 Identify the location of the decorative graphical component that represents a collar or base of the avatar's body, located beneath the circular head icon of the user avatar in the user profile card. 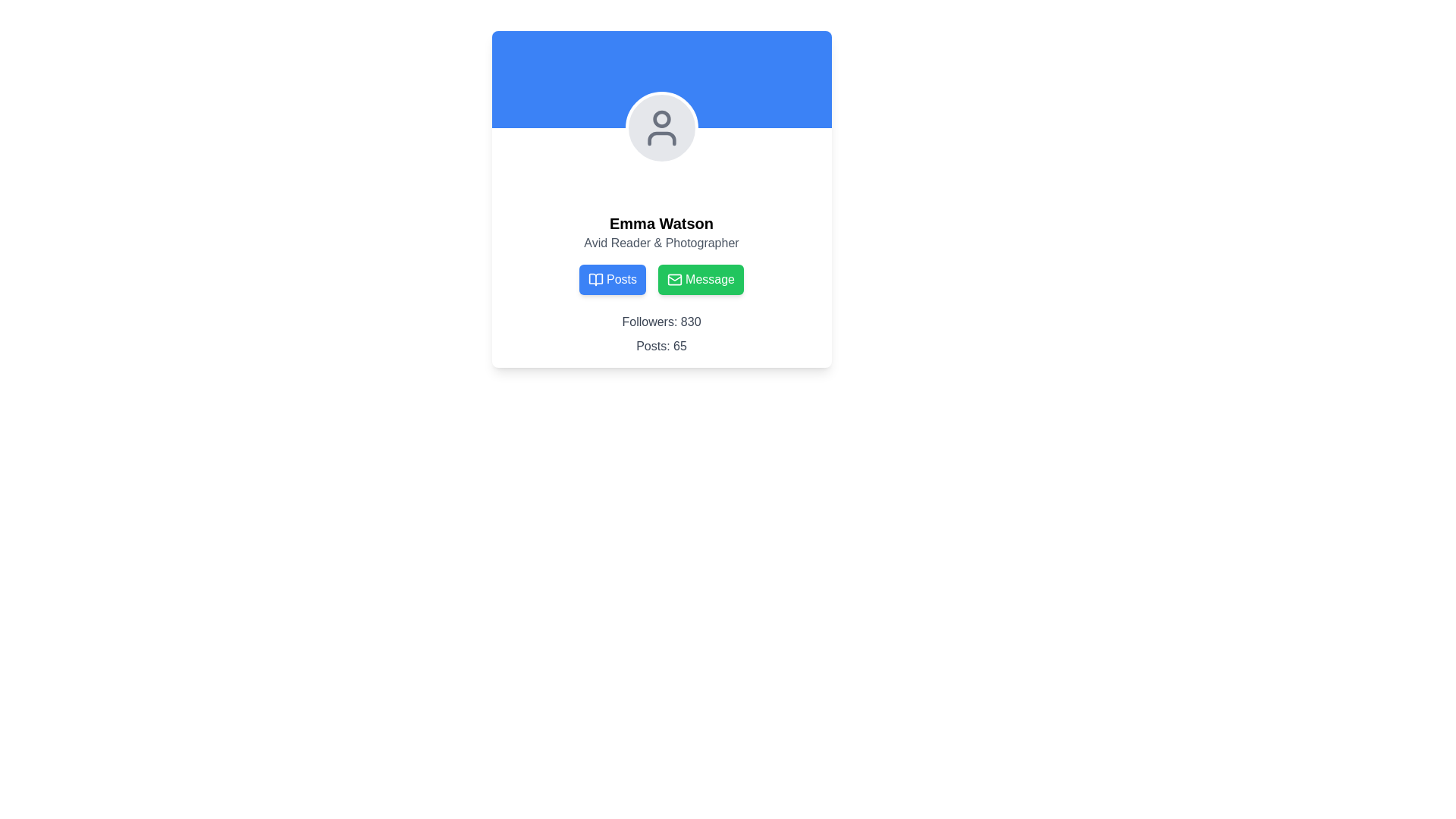
(661, 138).